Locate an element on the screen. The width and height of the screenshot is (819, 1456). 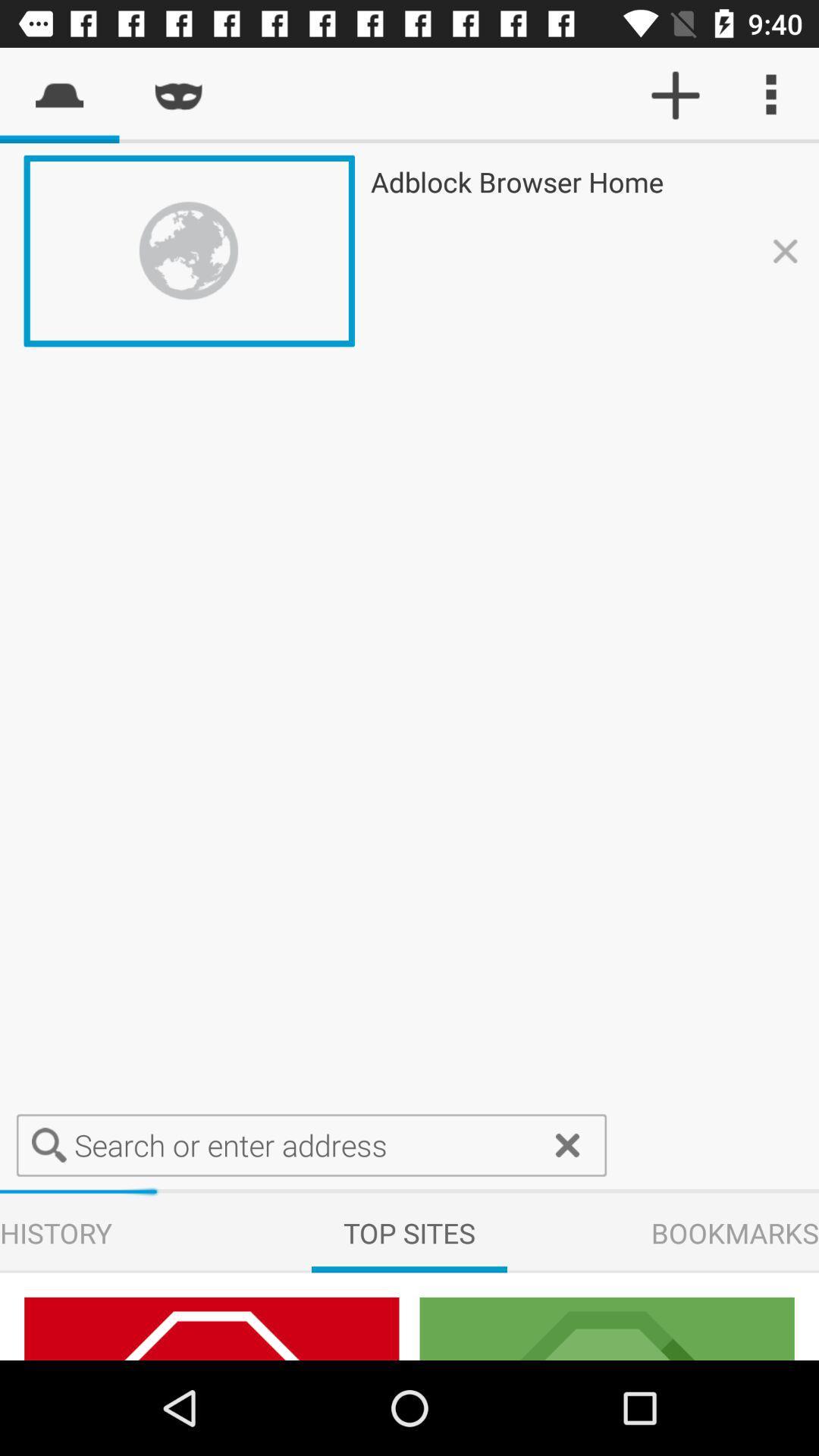
the image which is before adblock browser home is located at coordinates (189, 251).